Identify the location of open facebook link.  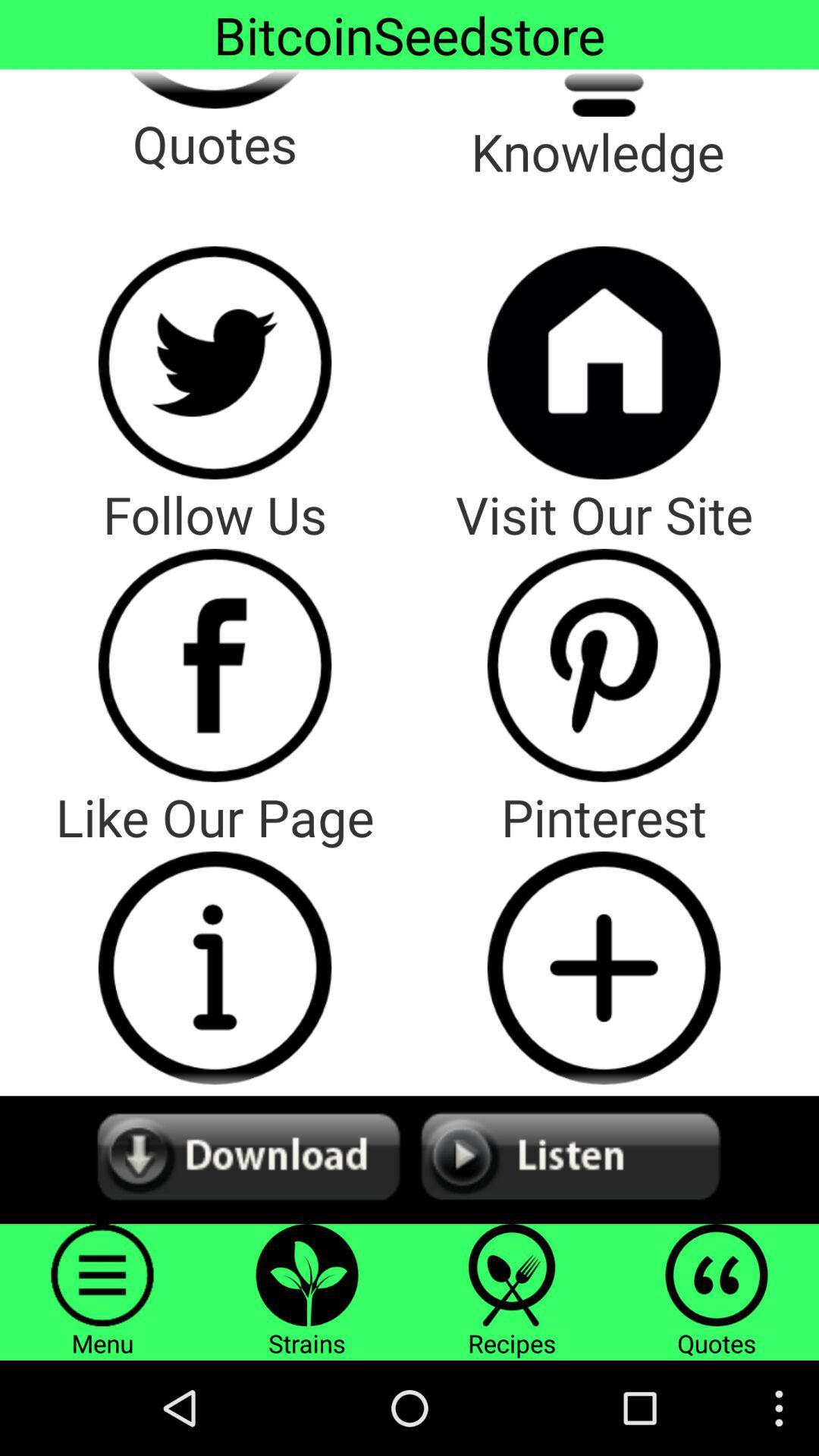
(215, 665).